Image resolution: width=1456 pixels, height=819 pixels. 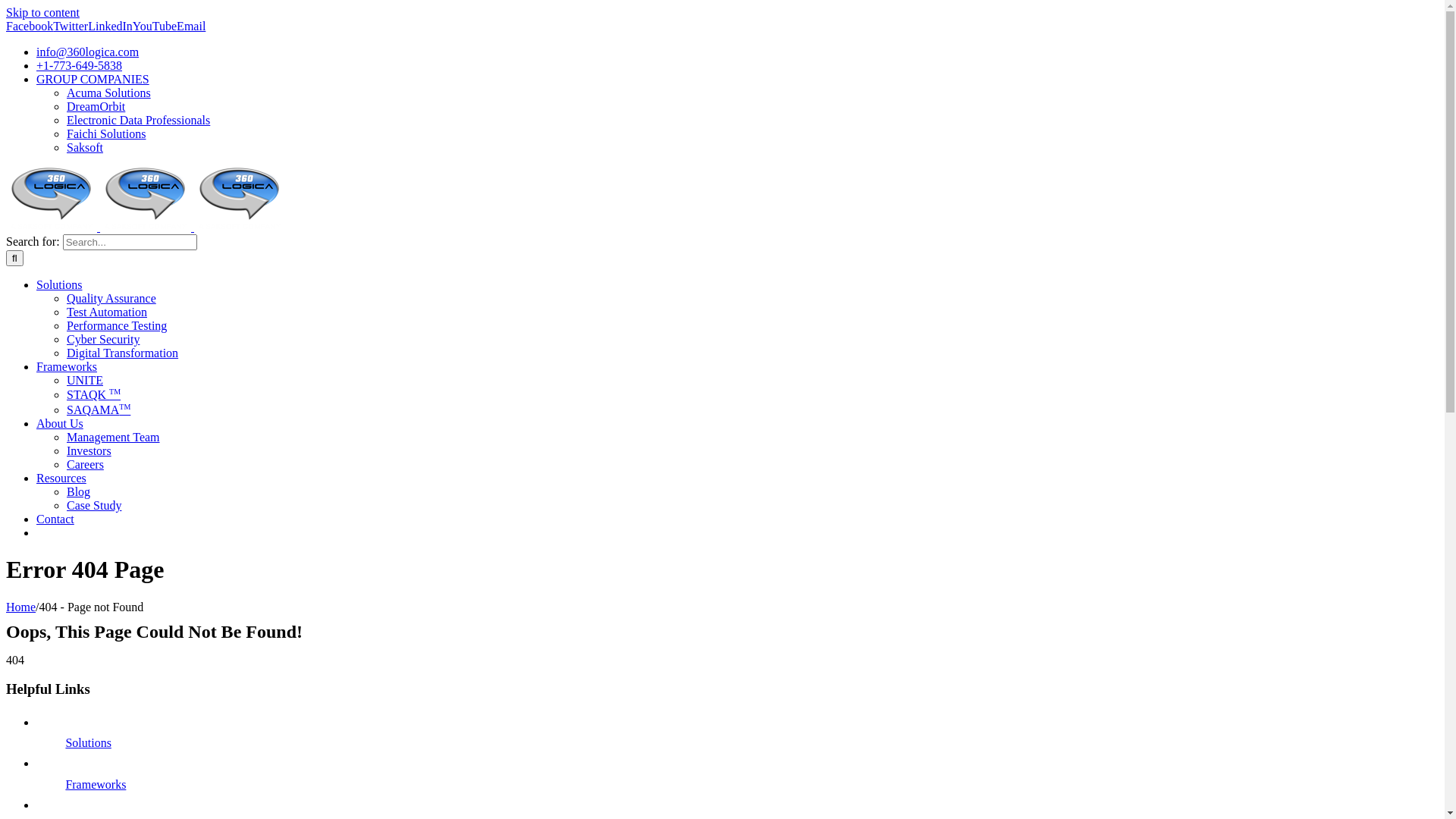 What do you see at coordinates (112, 437) in the screenshot?
I see `'Management Team'` at bounding box center [112, 437].